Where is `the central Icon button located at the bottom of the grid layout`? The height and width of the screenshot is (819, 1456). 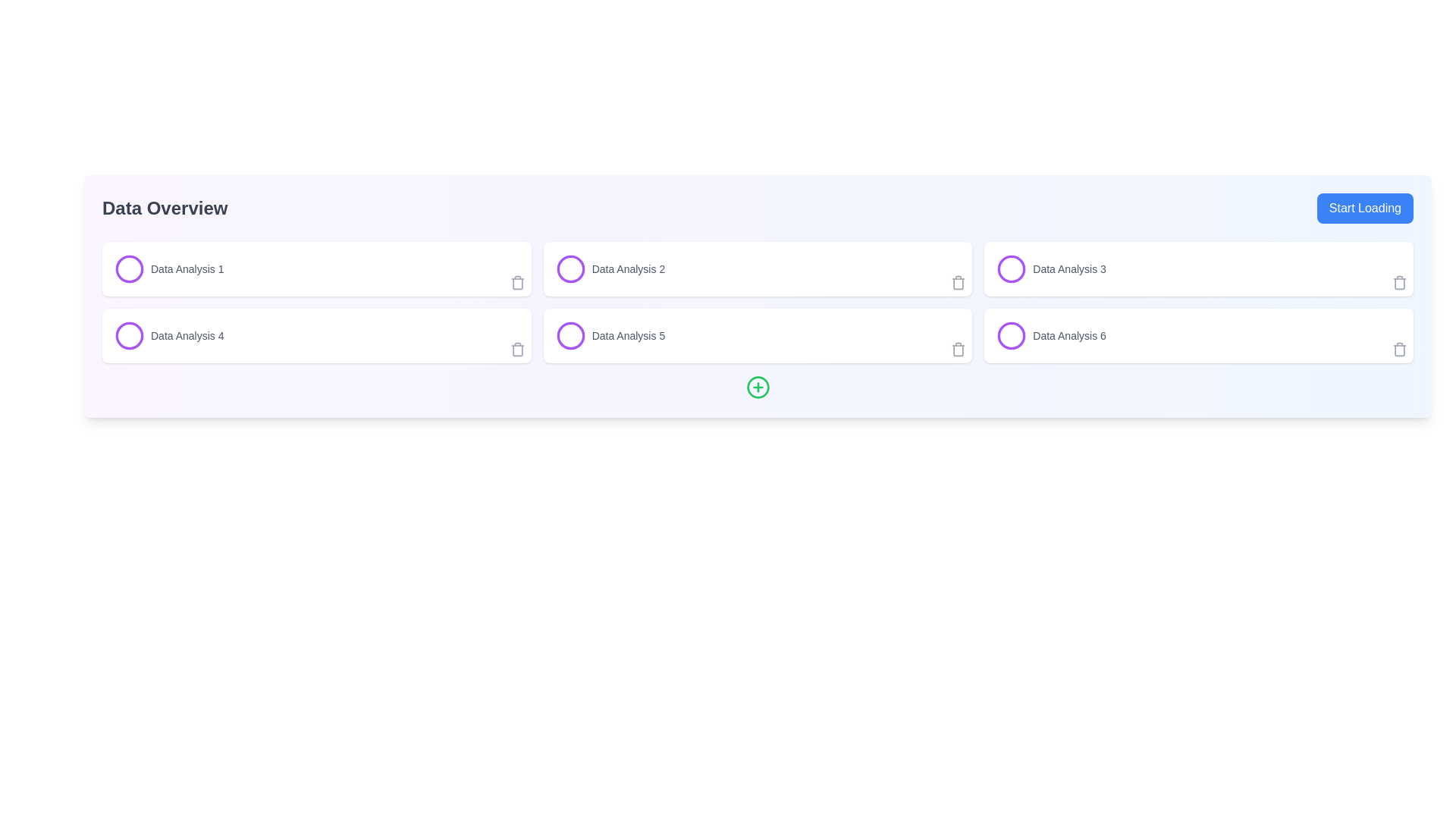
the central Icon button located at the bottom of the grid layout is located at coordinates (758, 386).